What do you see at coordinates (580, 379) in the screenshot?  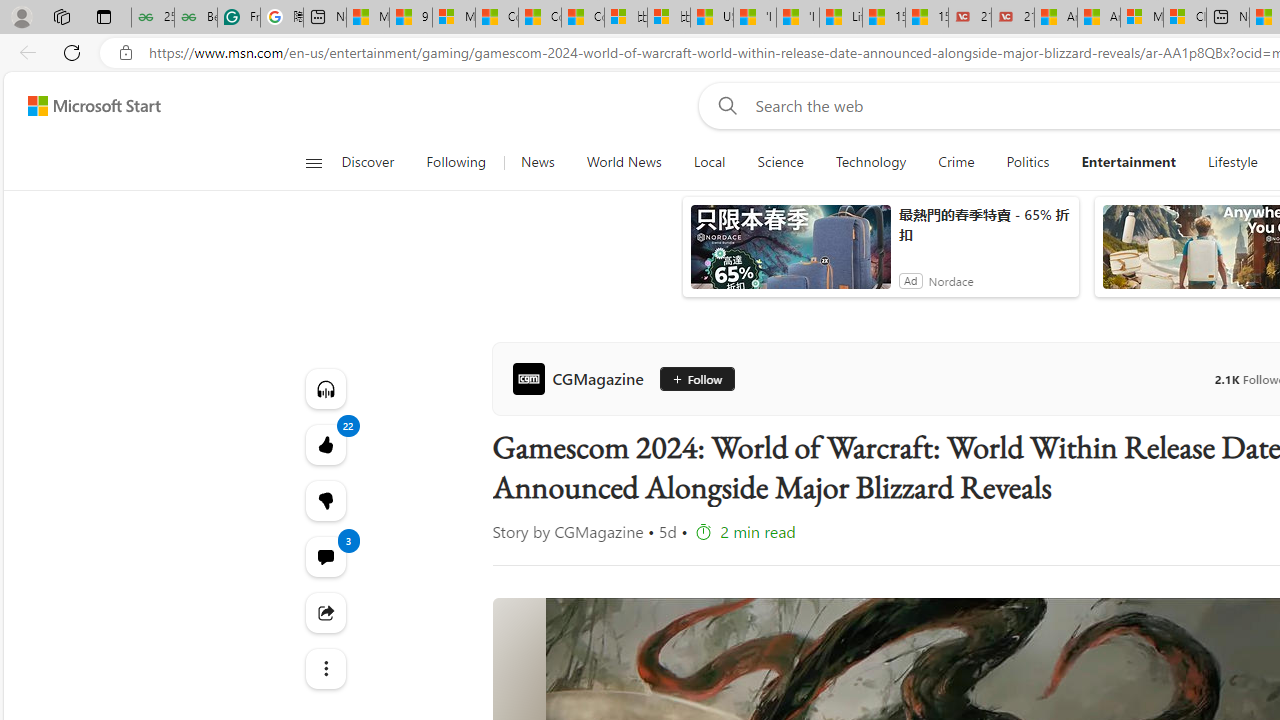 I see `'CGMagazine'` at bounding box center [580, 379].